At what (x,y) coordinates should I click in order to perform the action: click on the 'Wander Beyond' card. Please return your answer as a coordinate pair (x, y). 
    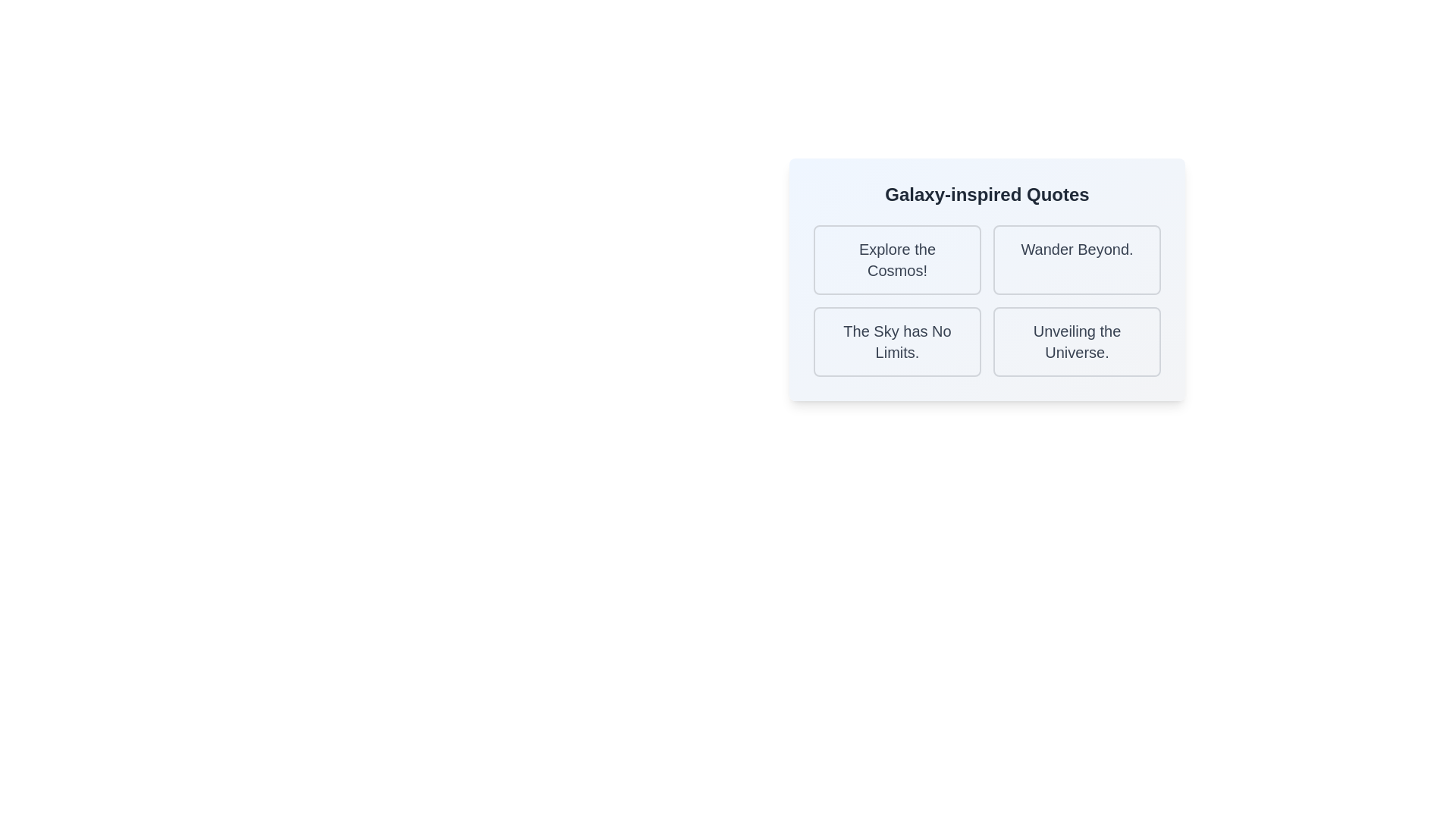
    Looking at the image, I should click on (1076, 259).